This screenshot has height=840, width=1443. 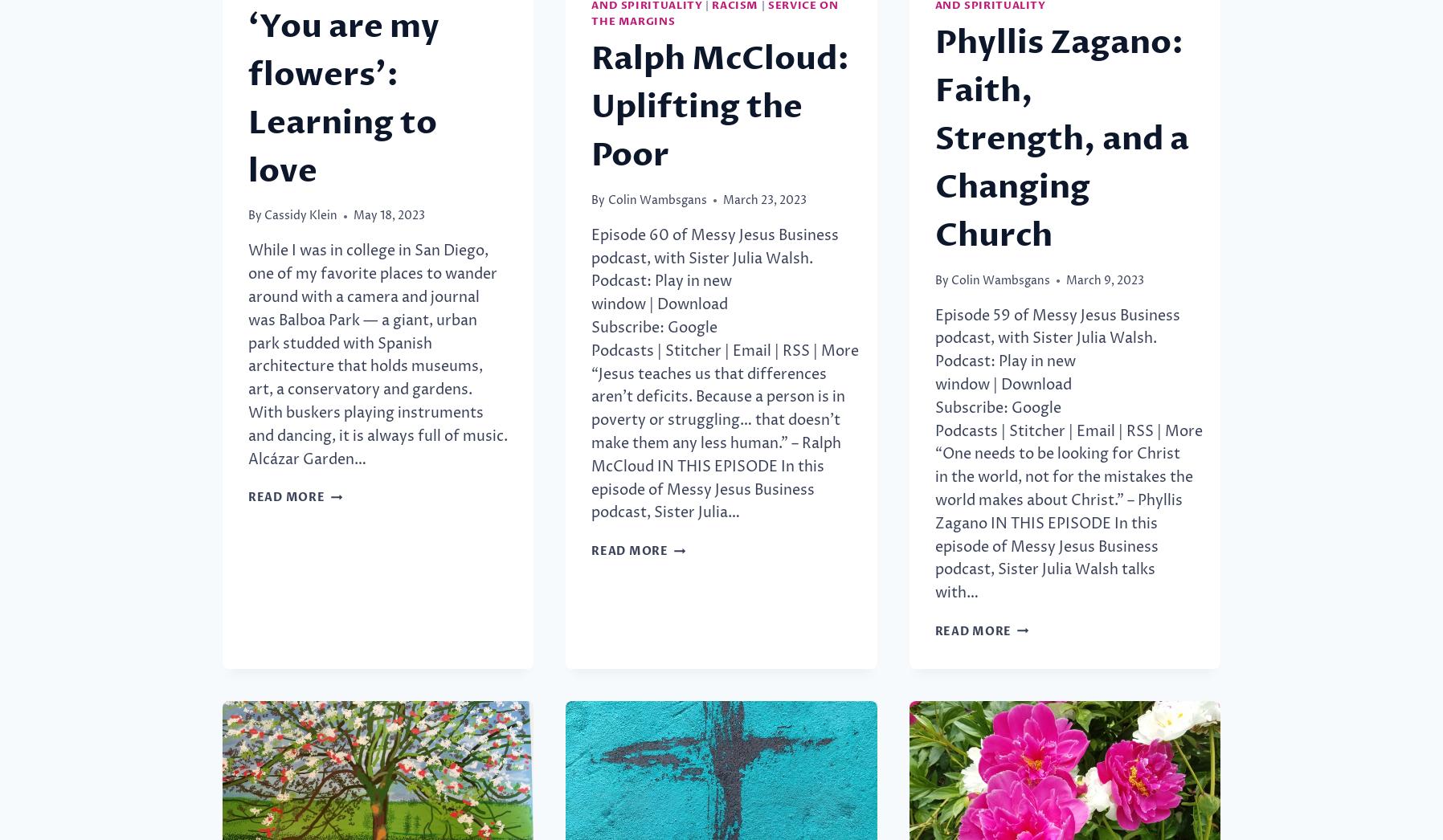 I want to click on 'While I was in college in San Diego, one of my favorite places to wander around with a camera and journal was Balboa Park — a giant, urban park studded with Spanish architecture that holds museums, art, a conservatory and gardens. With buskers playing instruments and dancing, it is always full of music. Alcázar Garden…', so click(x=377, y=354).